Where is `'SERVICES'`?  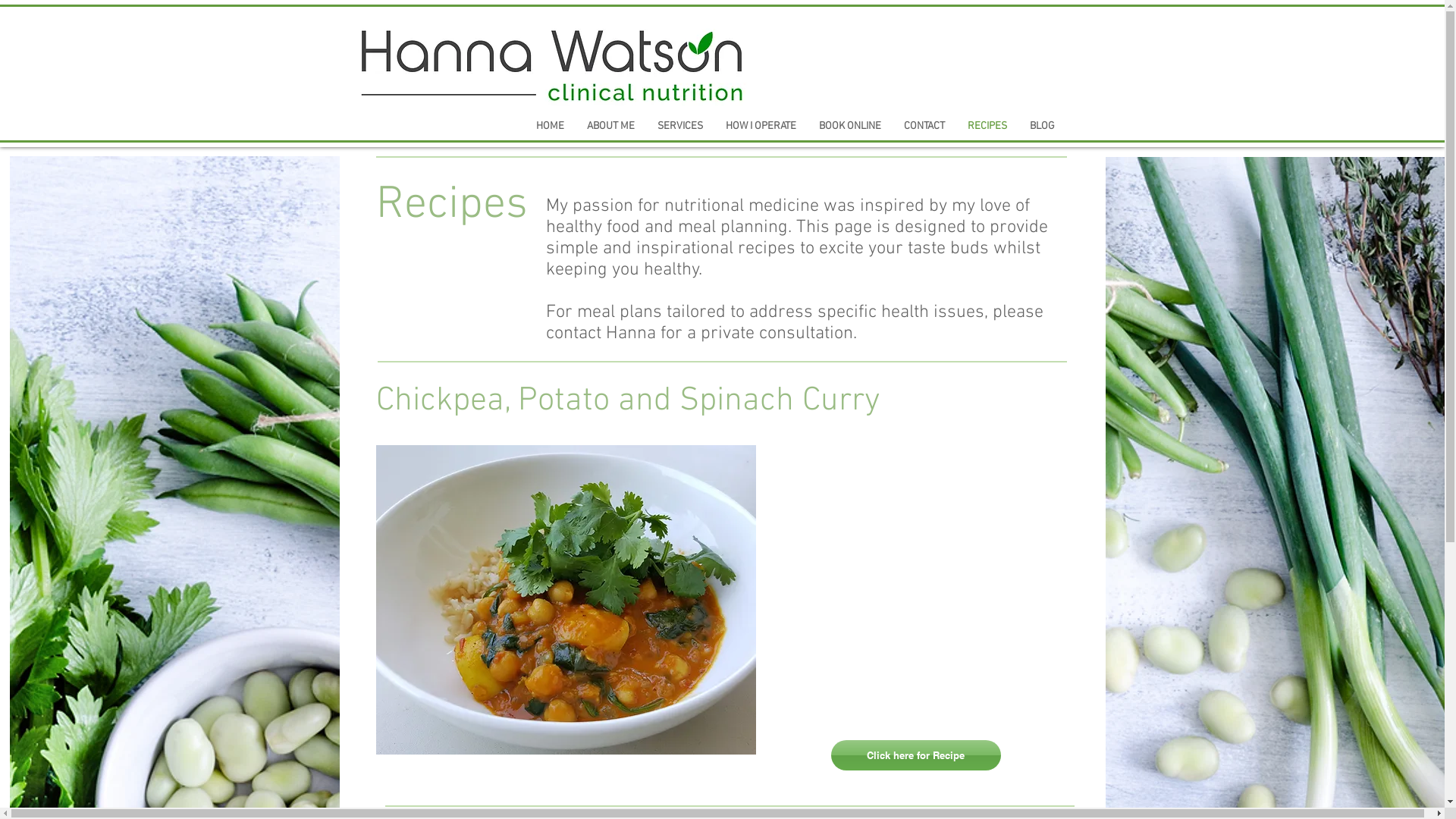
'SERVICES' is located at coordinates (645, 125).